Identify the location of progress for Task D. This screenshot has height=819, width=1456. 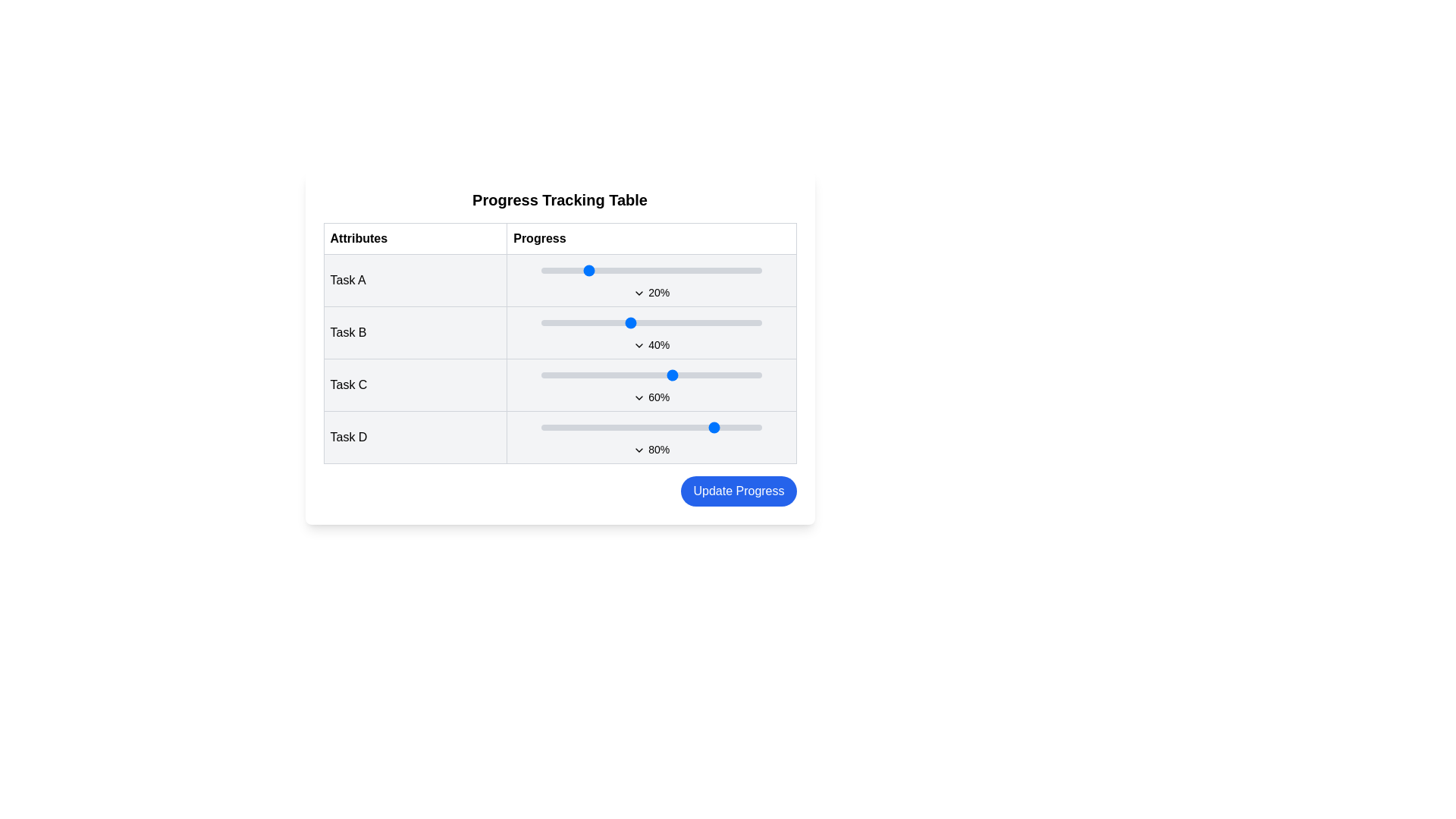
(723, 427).